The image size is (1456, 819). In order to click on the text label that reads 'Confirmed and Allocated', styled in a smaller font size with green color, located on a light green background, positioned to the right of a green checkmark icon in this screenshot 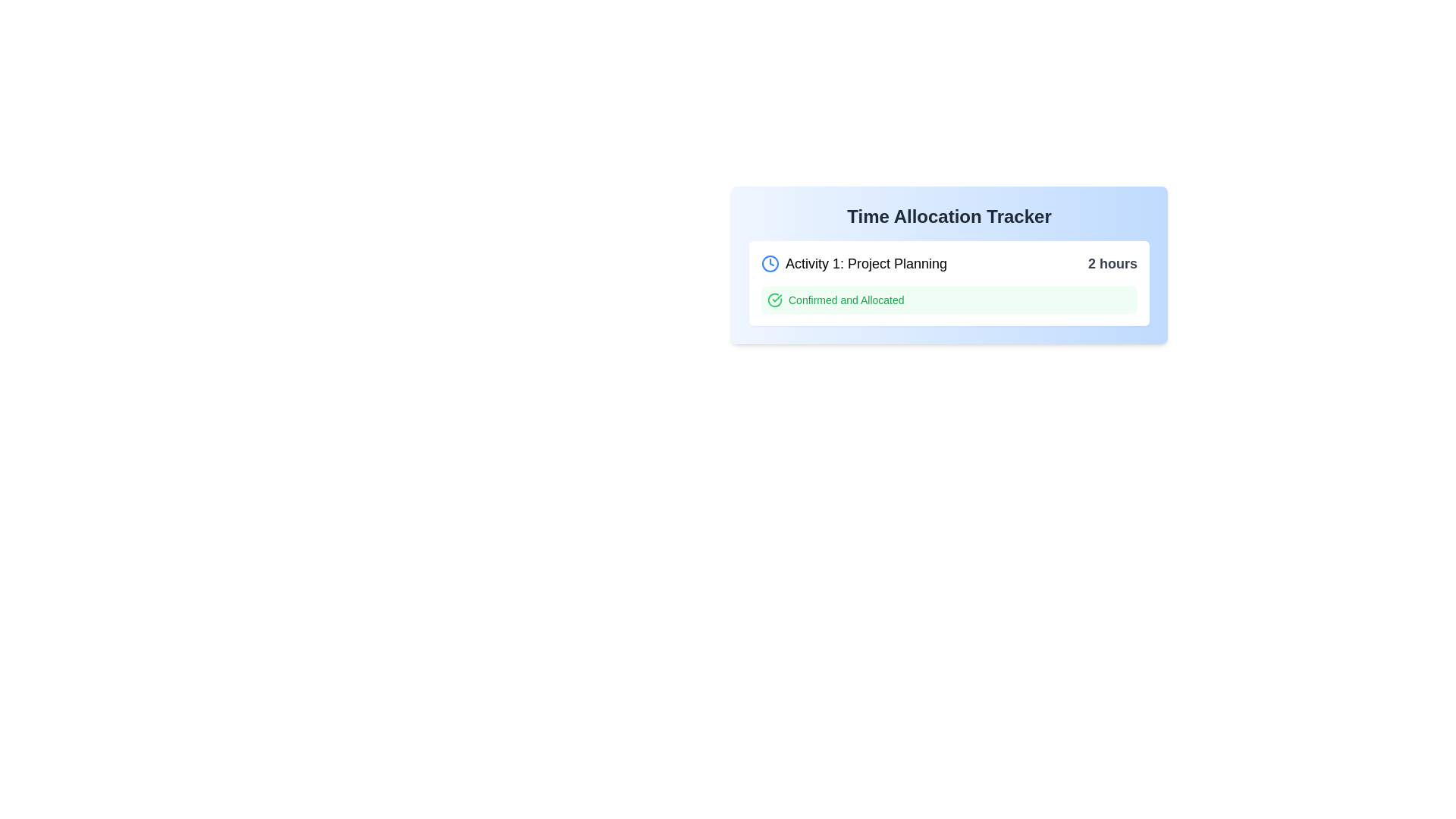, I will do `click(846, 300)`.